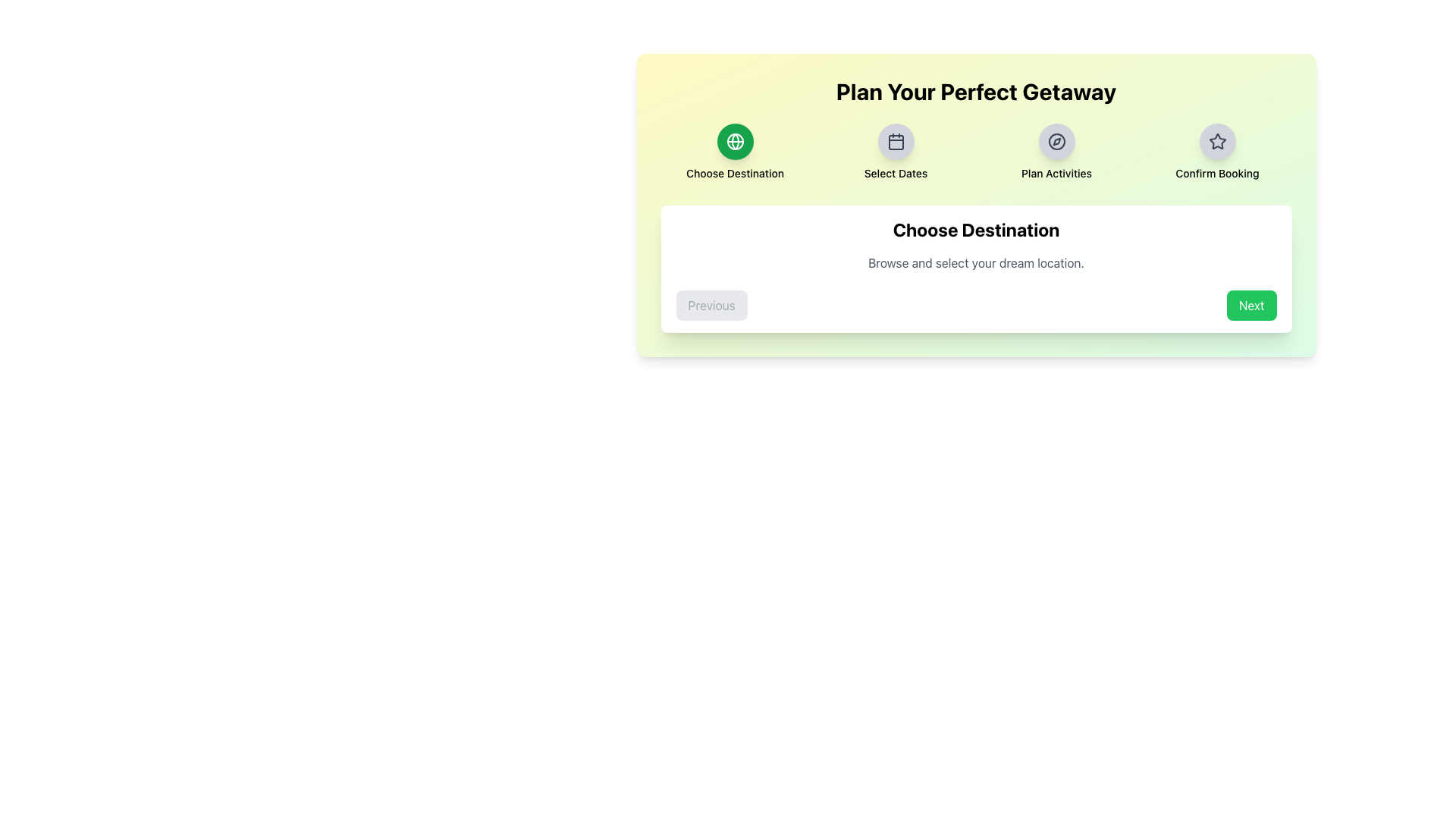 This screenshot has height=819, width=1456. What do you see at coordinates (896, 143) in the screenshot?
I see `the calendar icon in the Select Dates section, which is a rectangular shape with rounded corners, positioned centrally below the icon's title` at bounding box center [896, 143].